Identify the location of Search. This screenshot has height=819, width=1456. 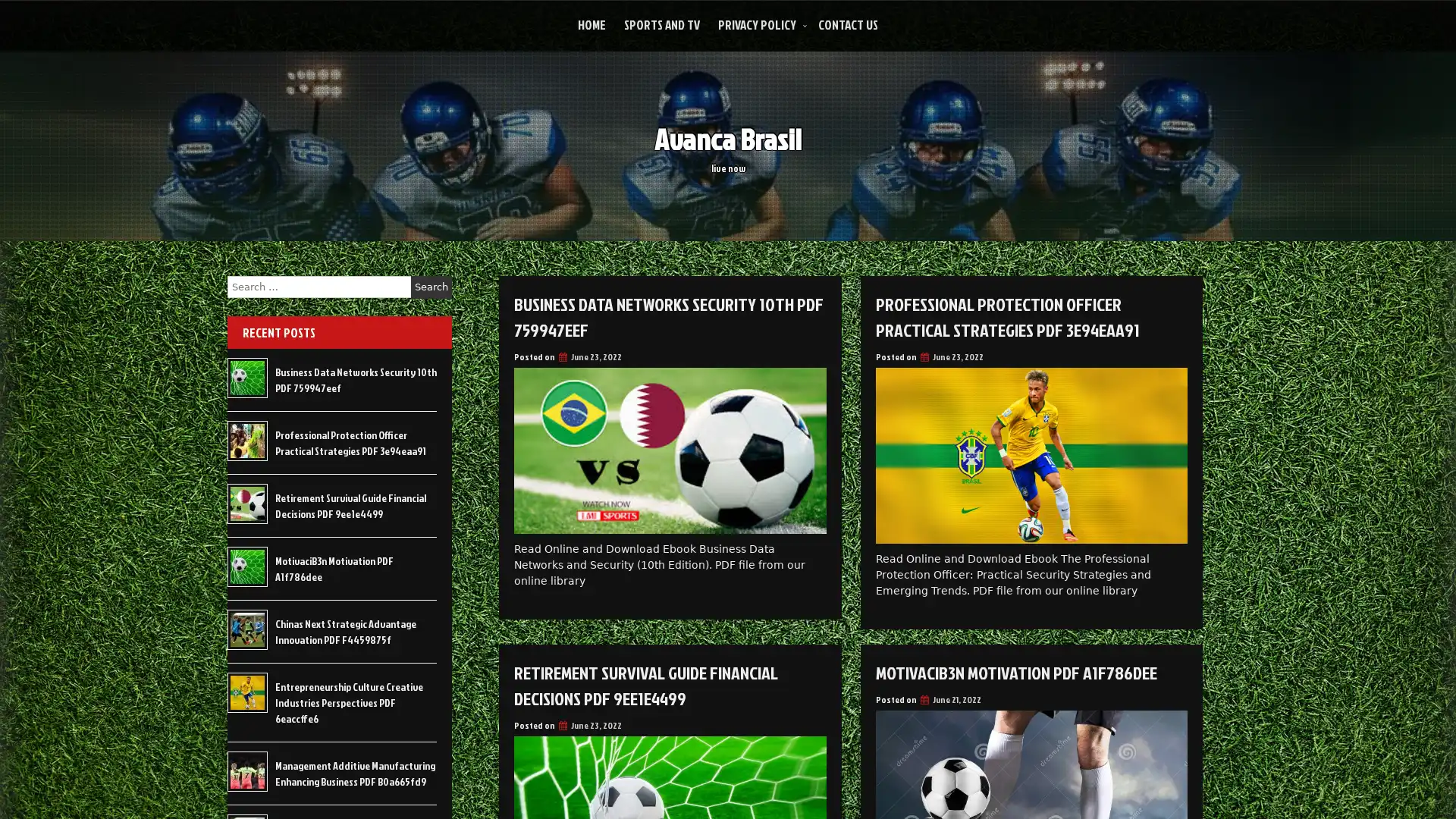
(431, 287).